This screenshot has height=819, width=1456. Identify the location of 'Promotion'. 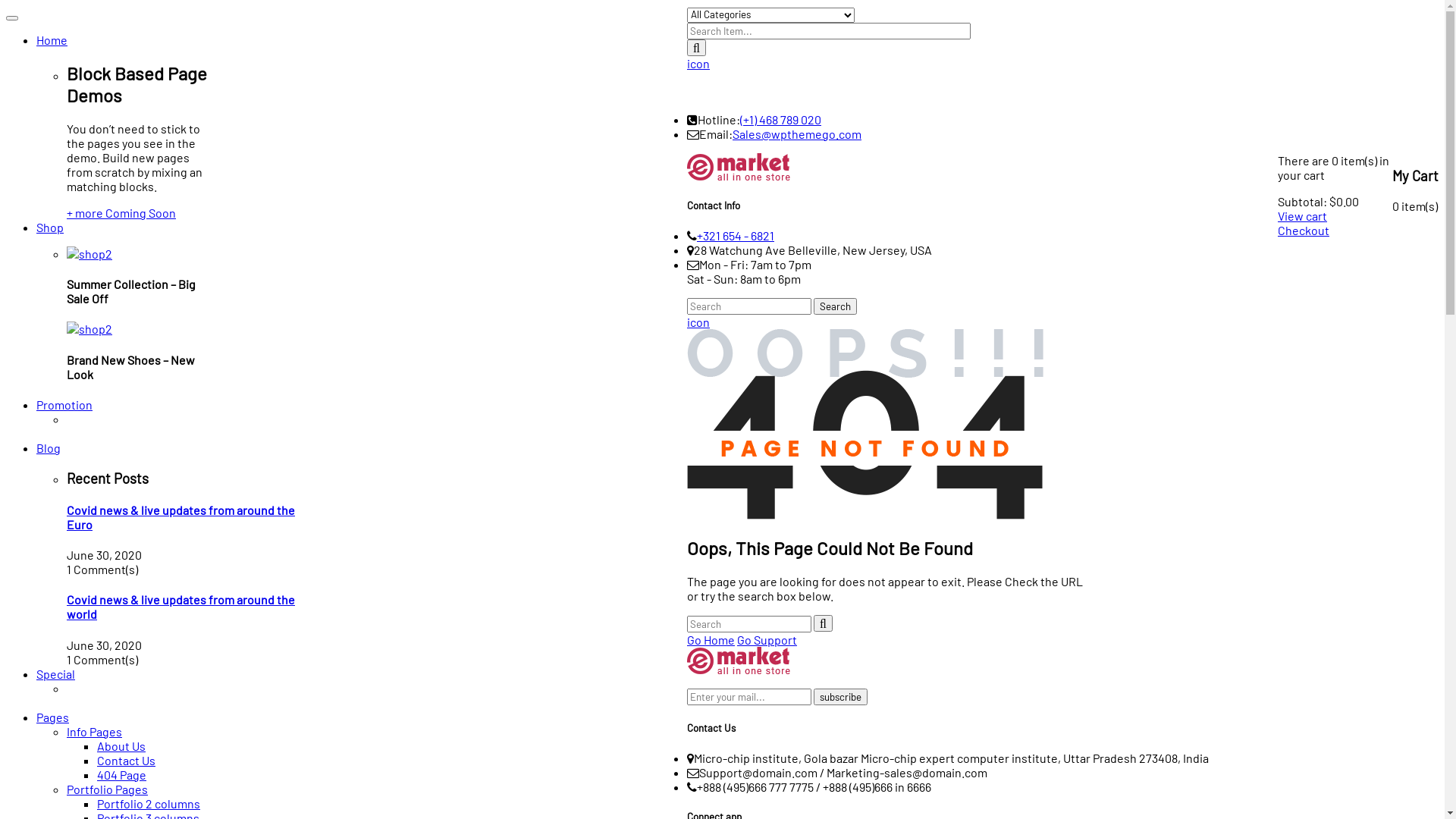
(64, 403).